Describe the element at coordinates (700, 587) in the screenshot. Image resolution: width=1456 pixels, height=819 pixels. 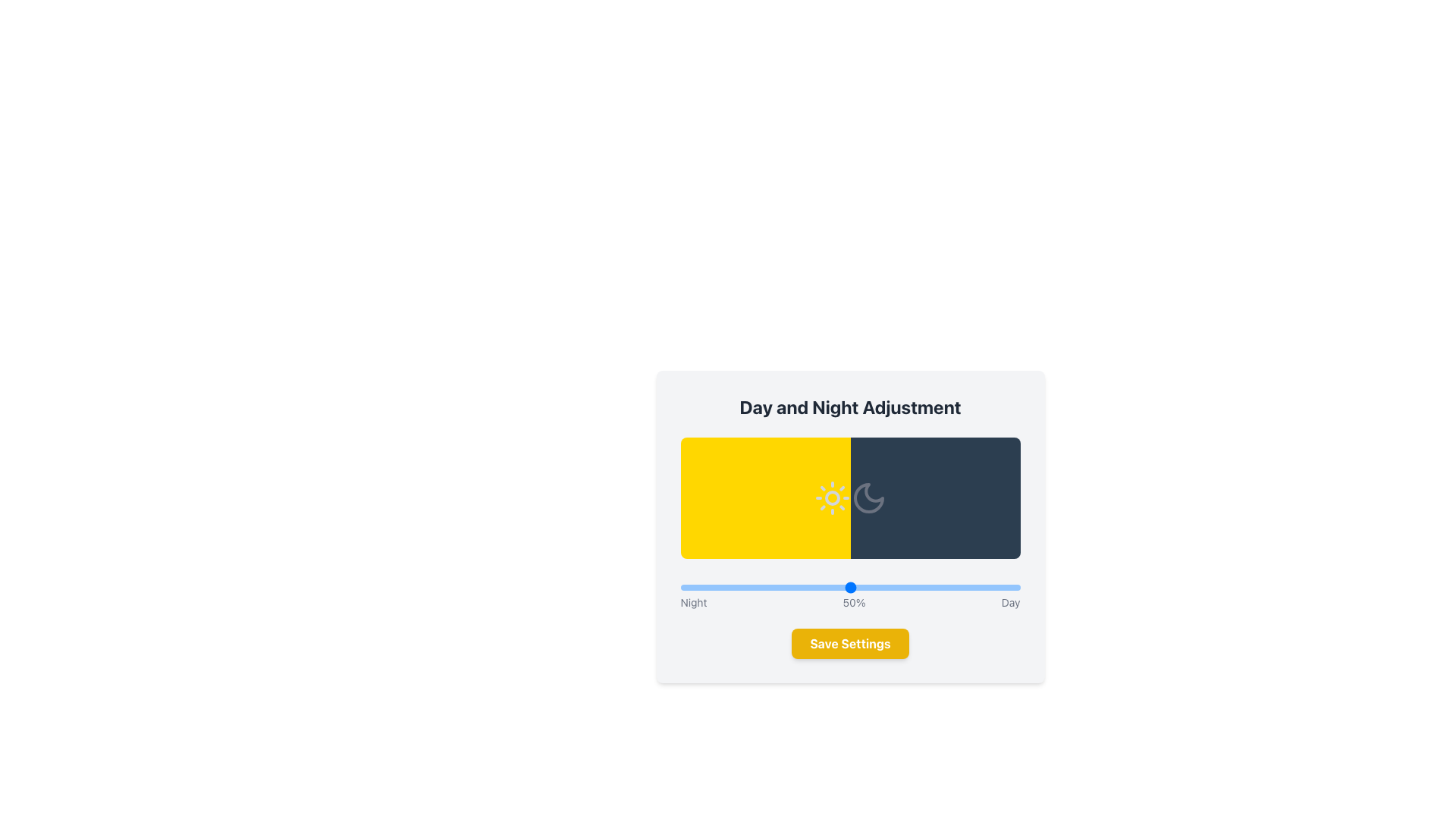
I see `the adjustment slider` at that location.